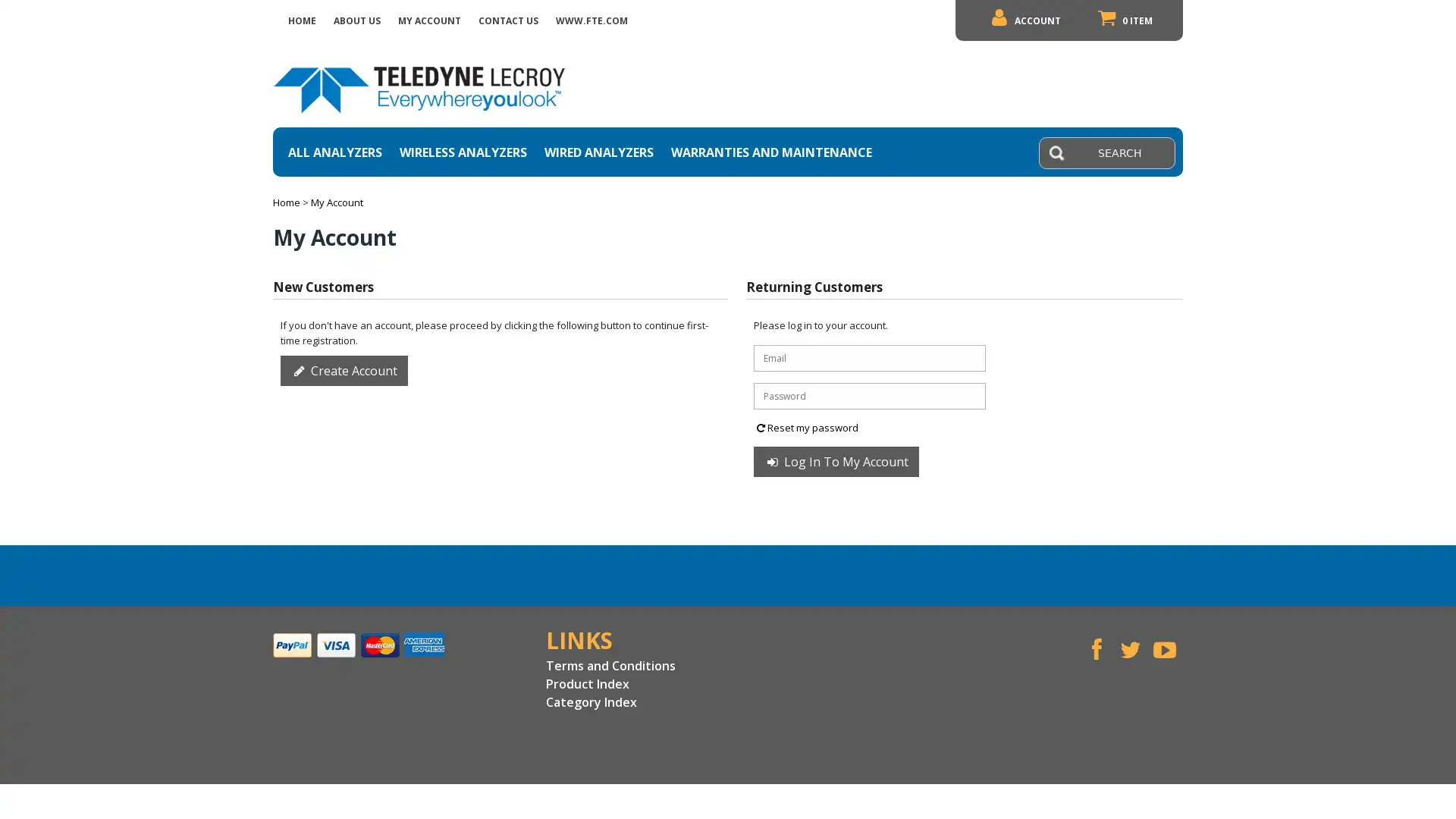 The width and height of the screenshot is (1456, 819). Describe the element at coordinates (344, 371) in the screenshot. I see `Create Account` at that location.